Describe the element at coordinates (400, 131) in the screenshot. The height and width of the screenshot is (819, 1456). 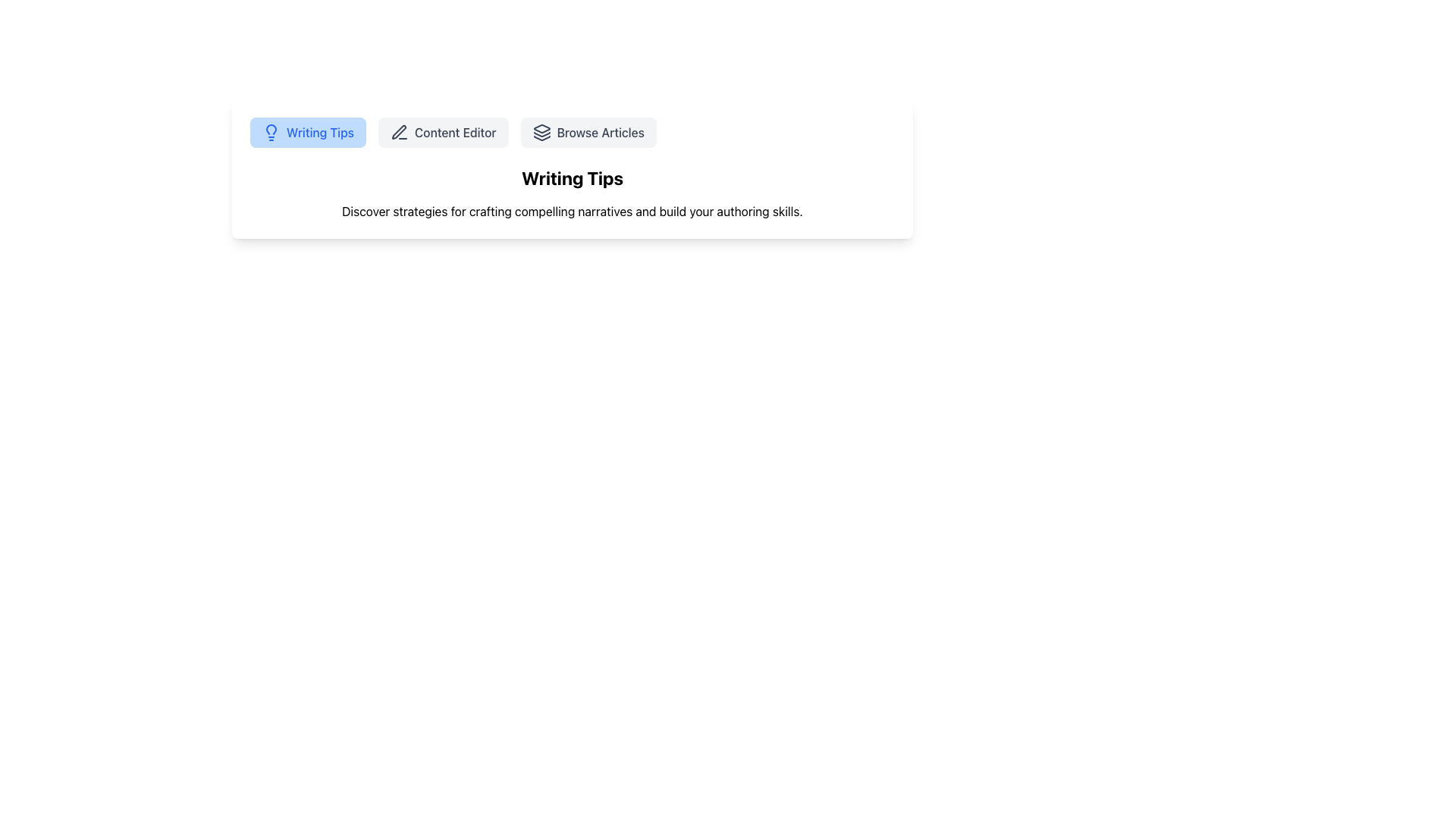
I see `the 'Content Editor' button which contains a pen icon` at that location.